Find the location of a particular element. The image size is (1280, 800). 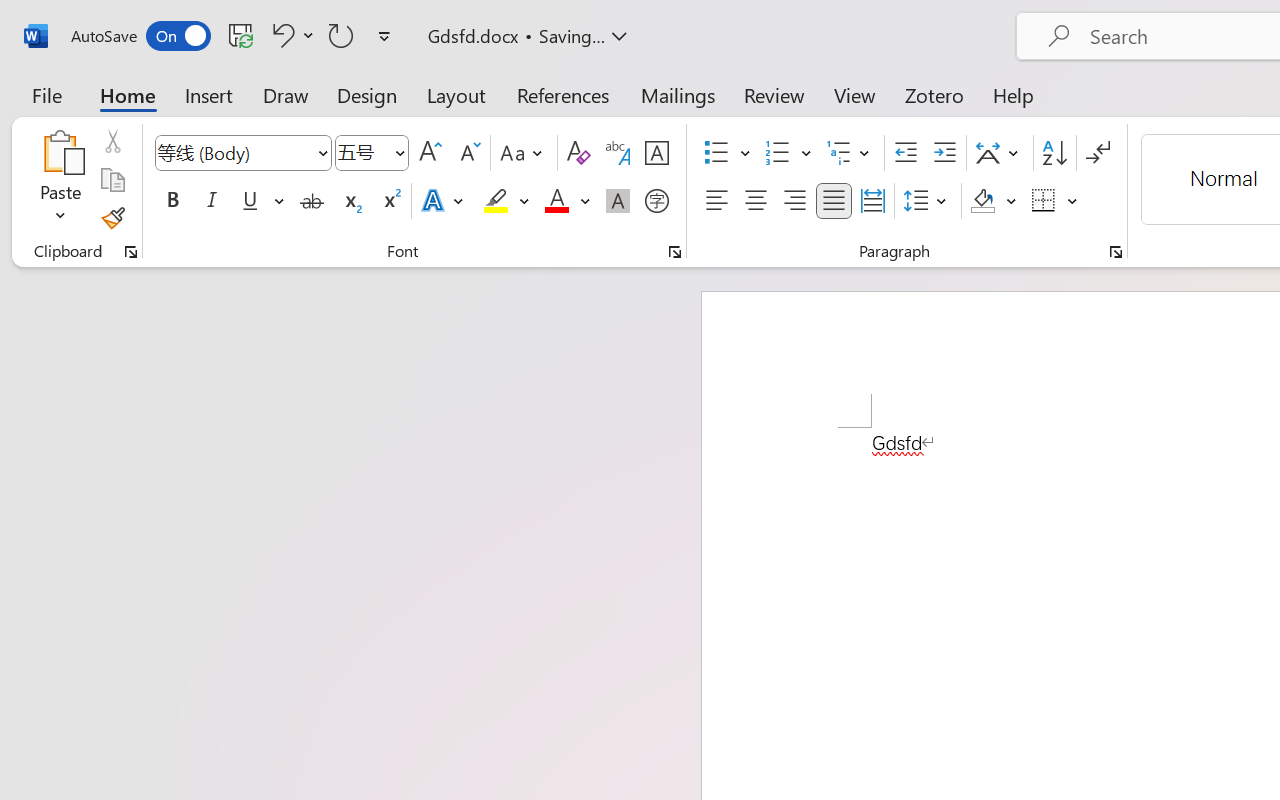

'Shading' is located at coordinates (993, 201).